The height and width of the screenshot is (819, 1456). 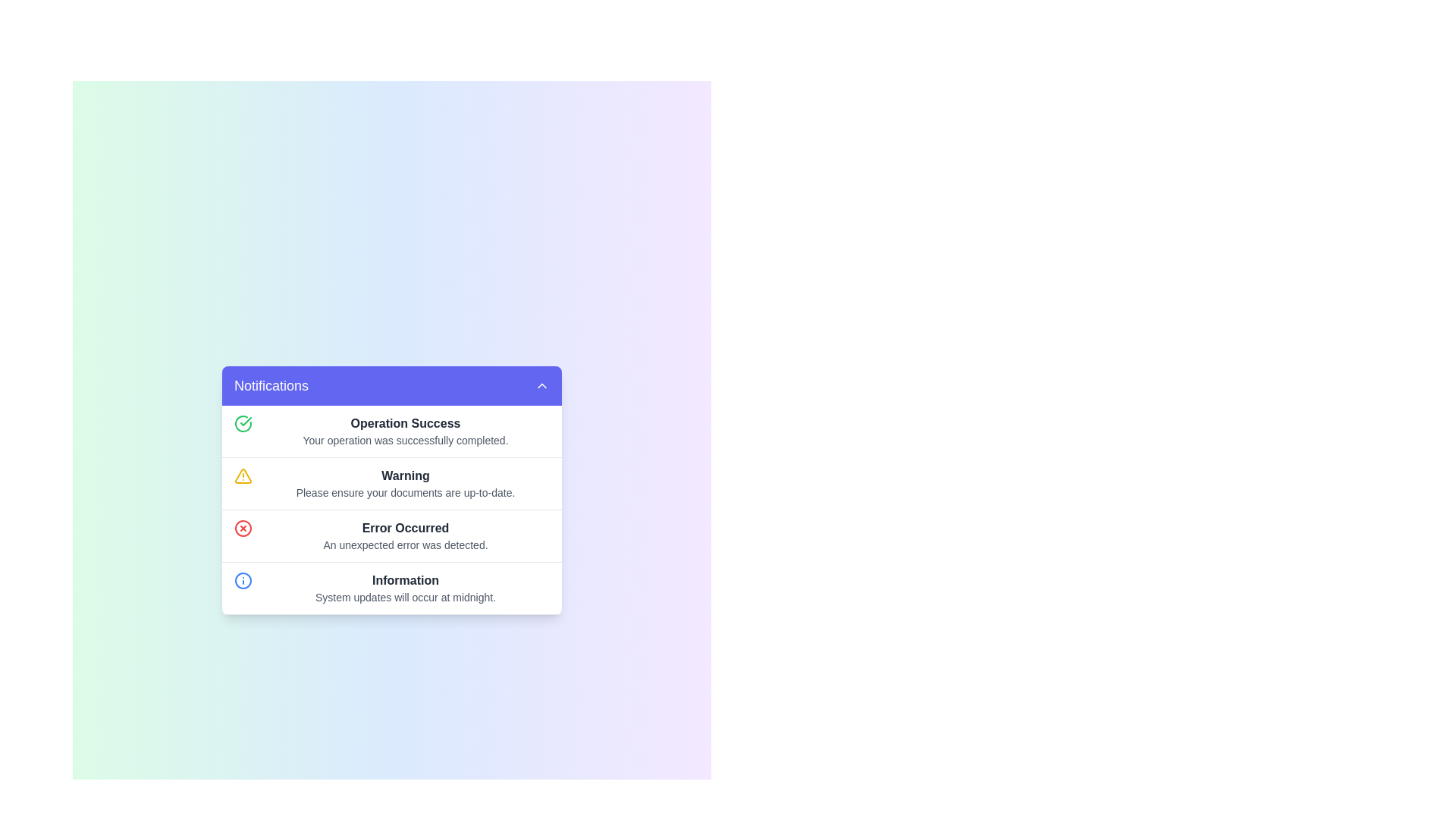 I want to click on the green circular icon that represents the checkmark in the 'Operation Success' notification, which is the first icon on the left in the notification list, so click(x=246, y=421).